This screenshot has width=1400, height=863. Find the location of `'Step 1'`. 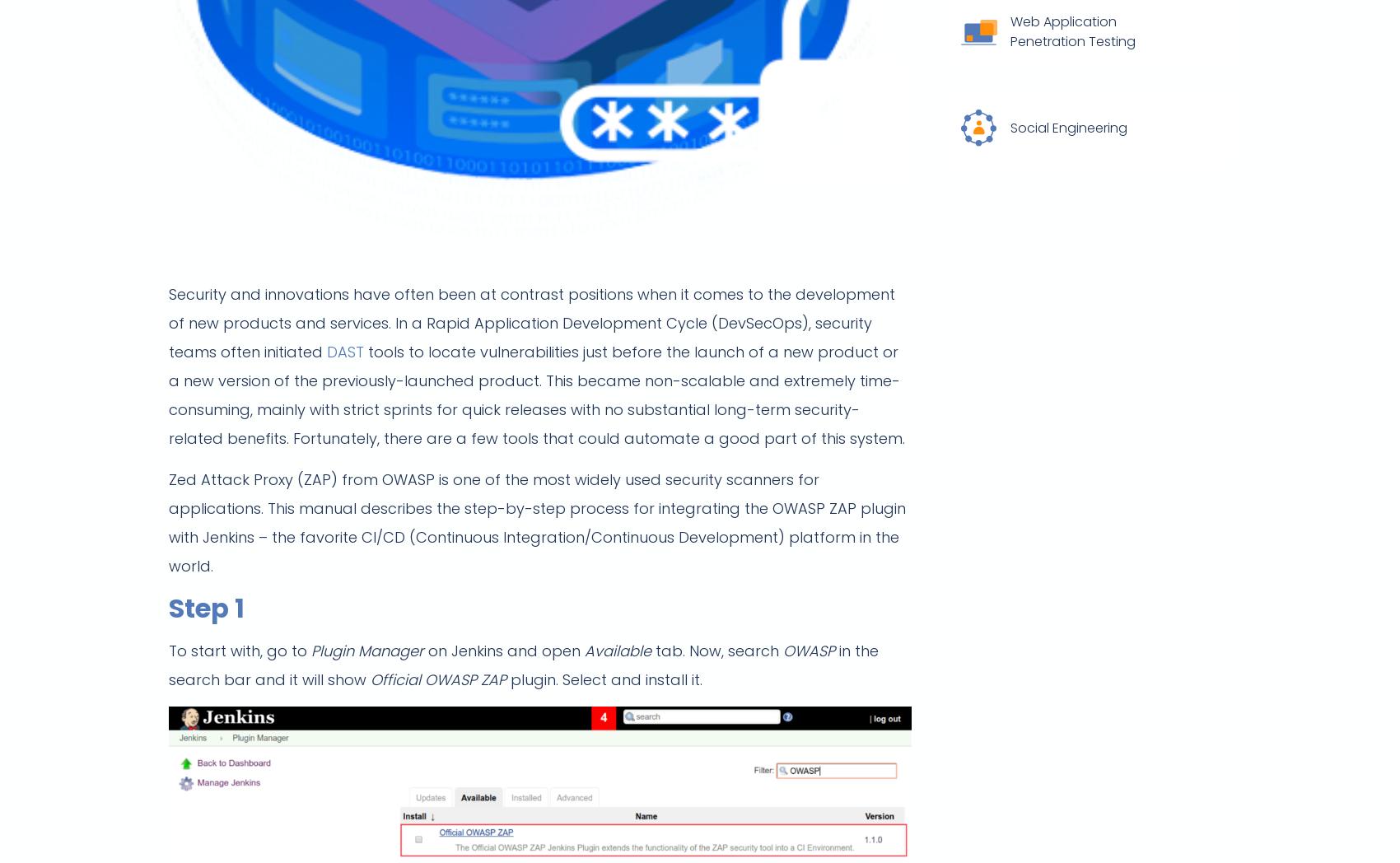

'Step 1' is located at coordinates (168, 606).